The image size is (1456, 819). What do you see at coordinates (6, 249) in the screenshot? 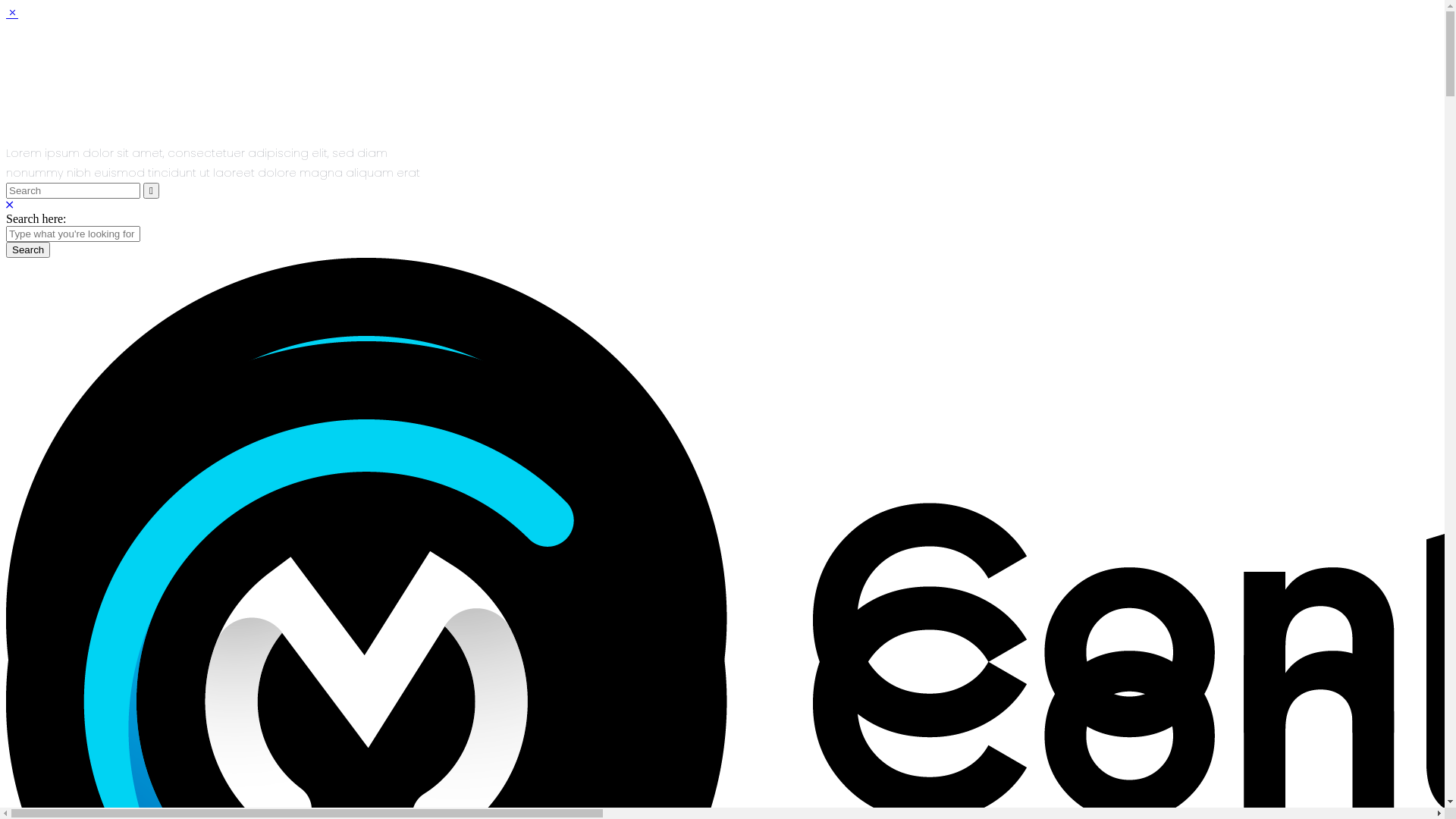
I see `'Search'` at bounding box center [6, 249].